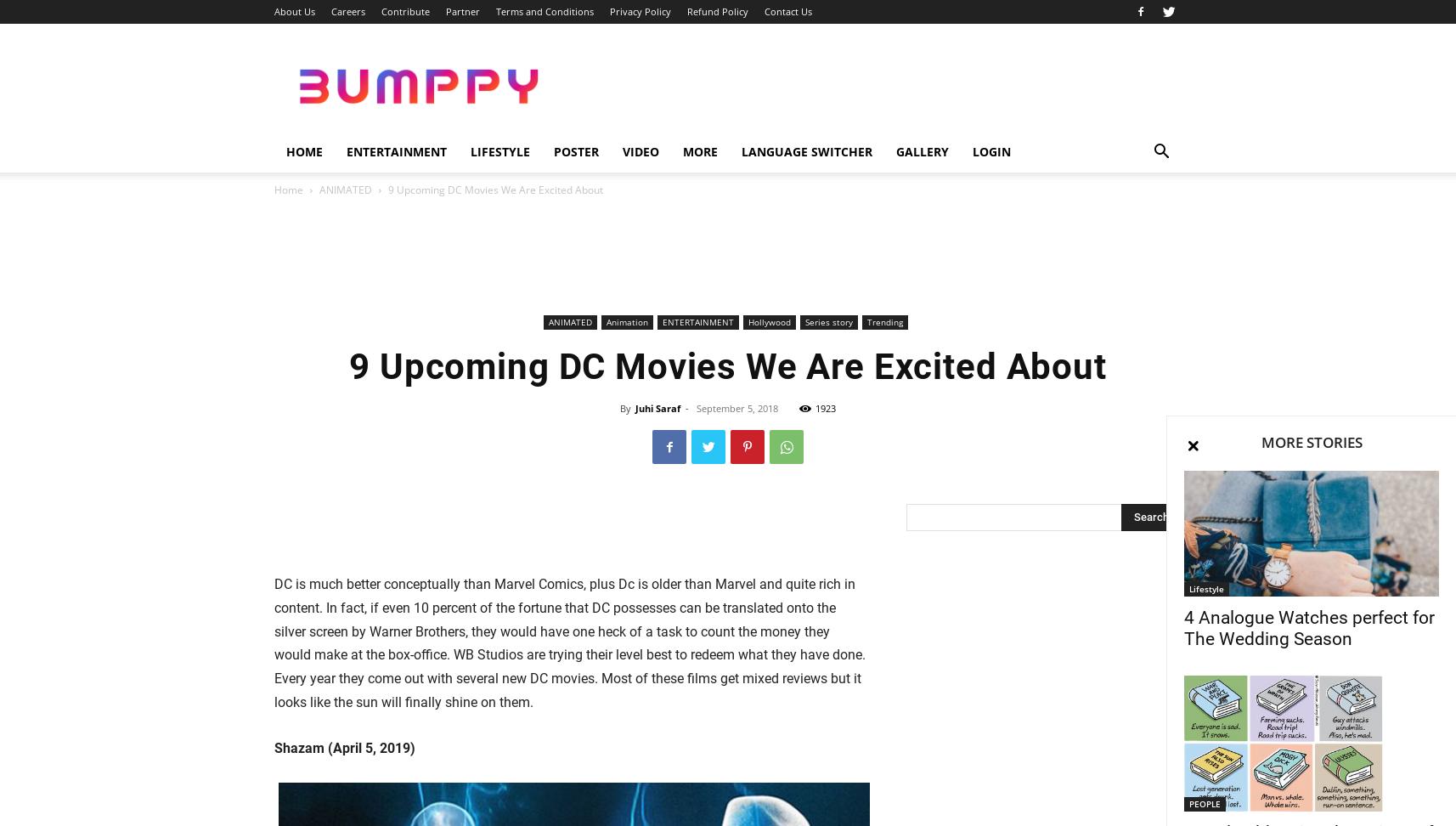  What do you see at coordinates (686, 407) in the screenshot?
I see `'-'` at bounding box center [686, 407].